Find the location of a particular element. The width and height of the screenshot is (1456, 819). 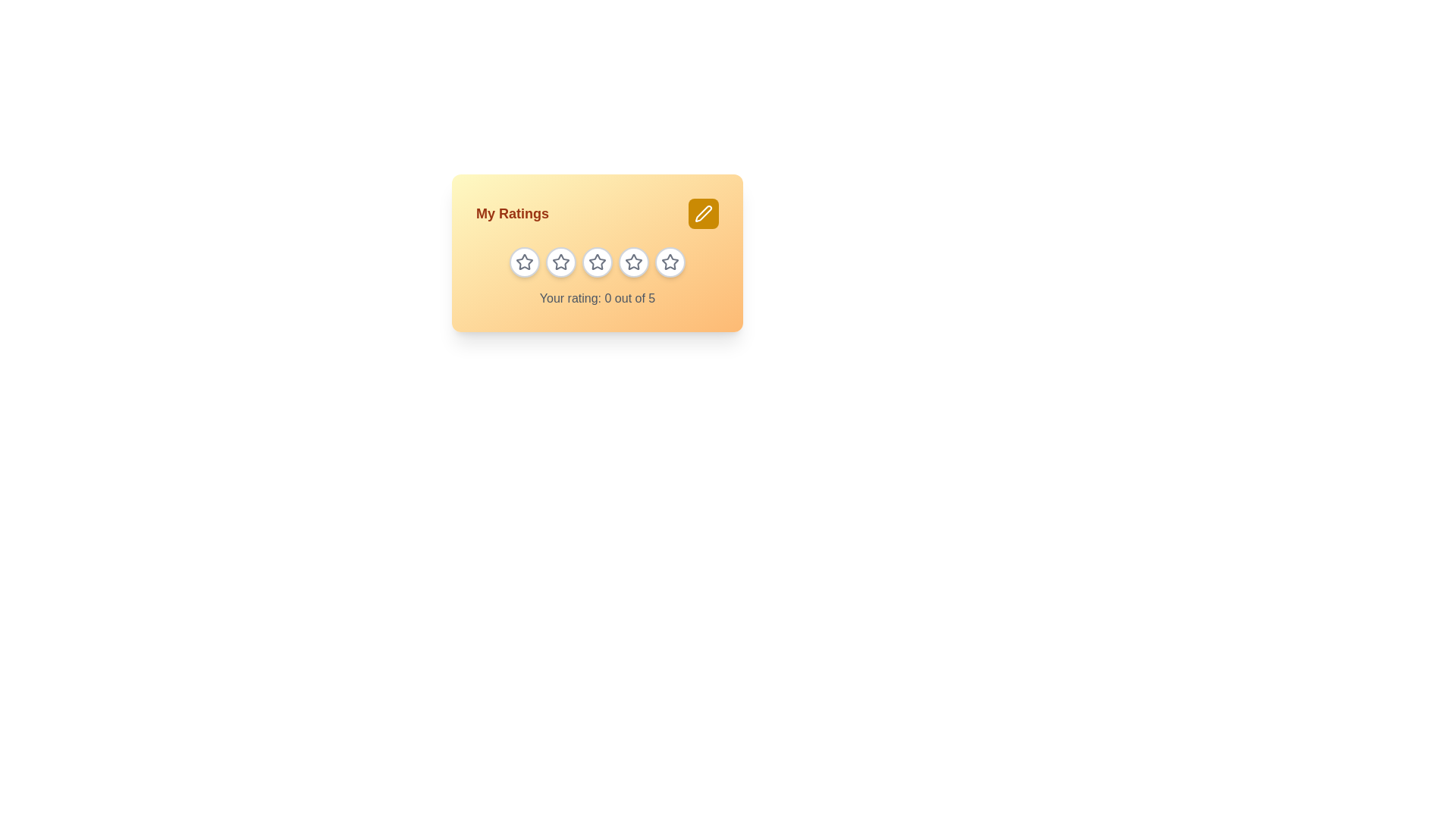

the third star icon in the rating system is located at coordinates (633, 261).